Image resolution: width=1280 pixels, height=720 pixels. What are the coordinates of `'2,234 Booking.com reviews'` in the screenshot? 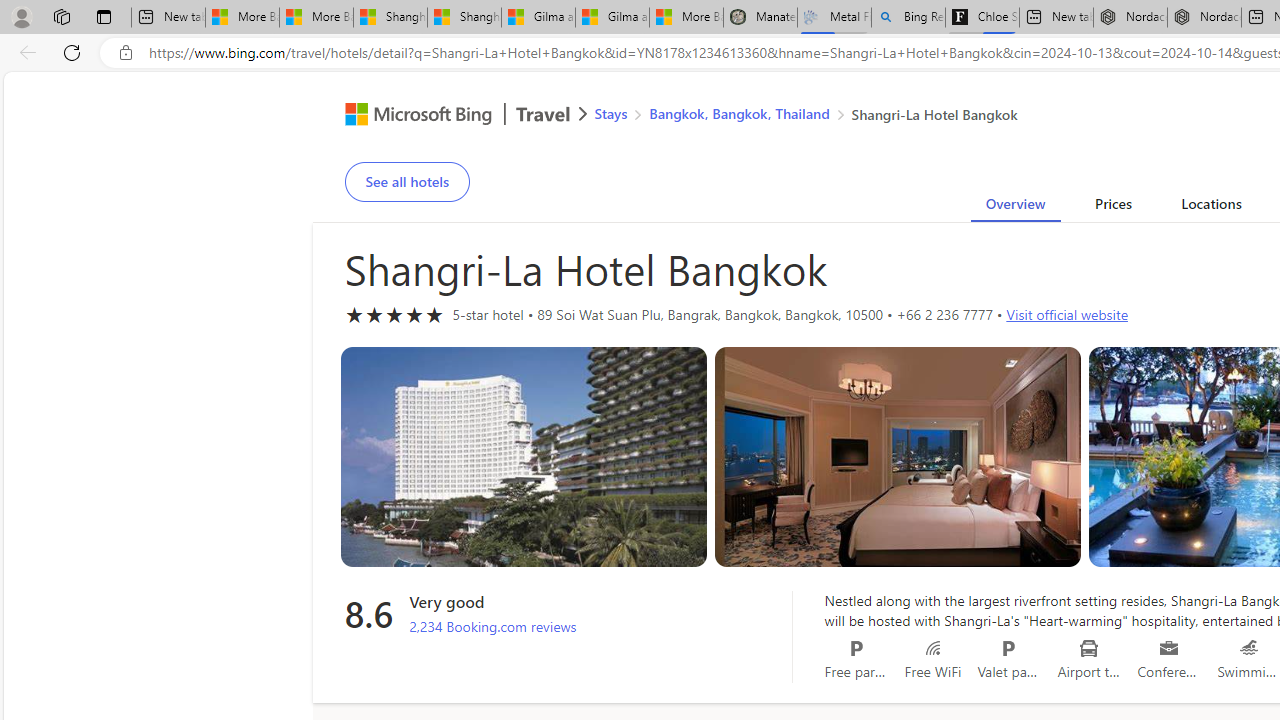 It's located at (493, 626).